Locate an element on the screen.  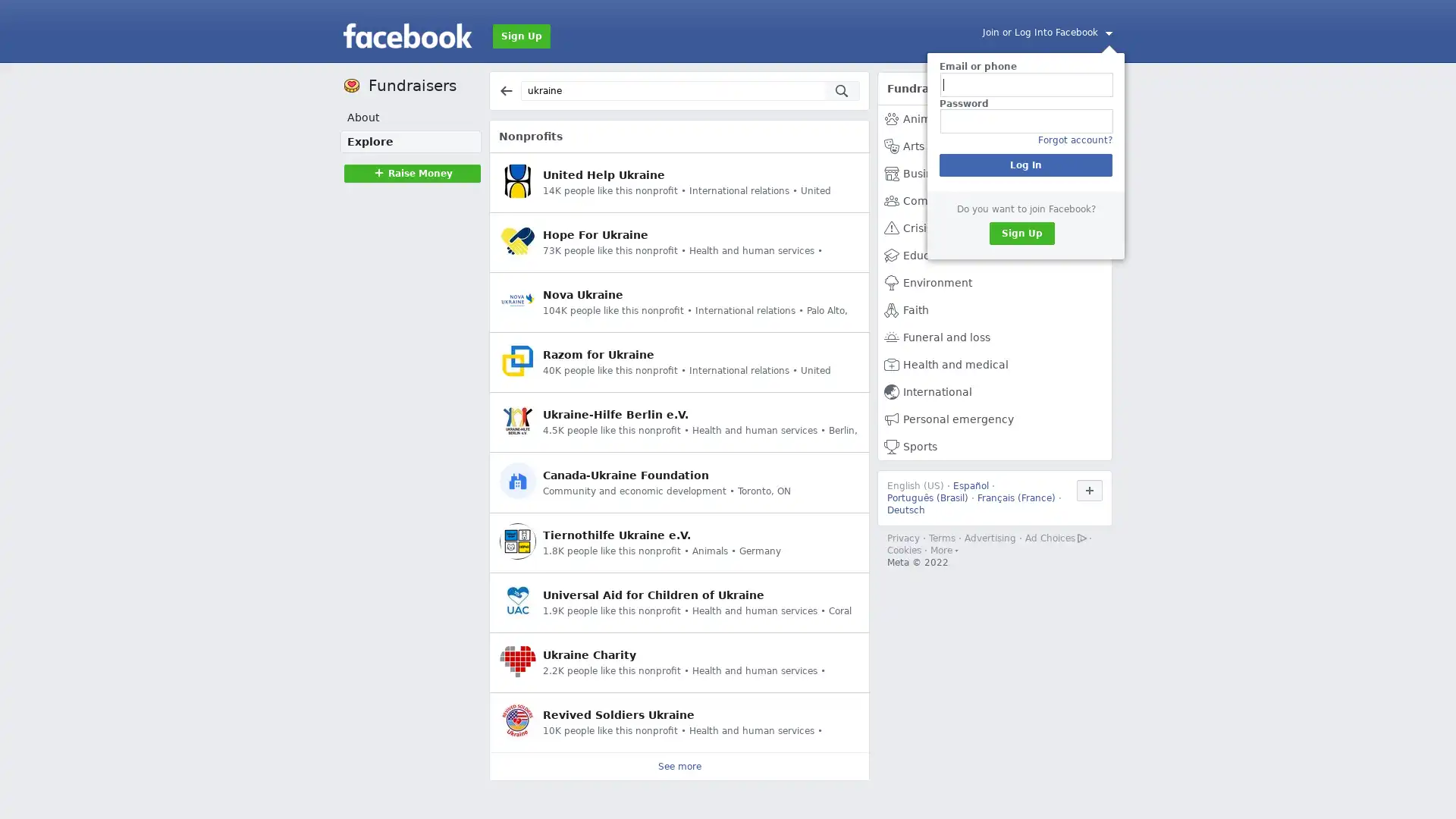
Francais (France) is located at coordinates (1016, 497).